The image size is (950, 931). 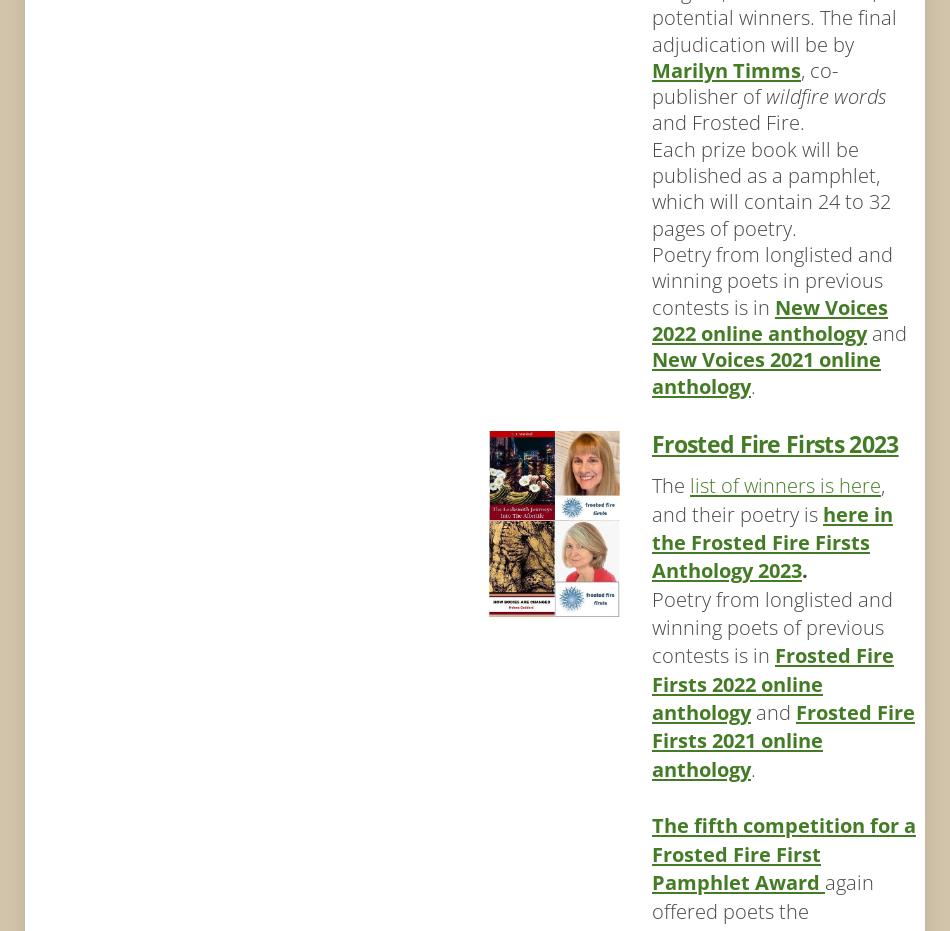 I want to click on 'Poetry from longlisted and winning poets in previous contests is in', so click(x=651, y=279).